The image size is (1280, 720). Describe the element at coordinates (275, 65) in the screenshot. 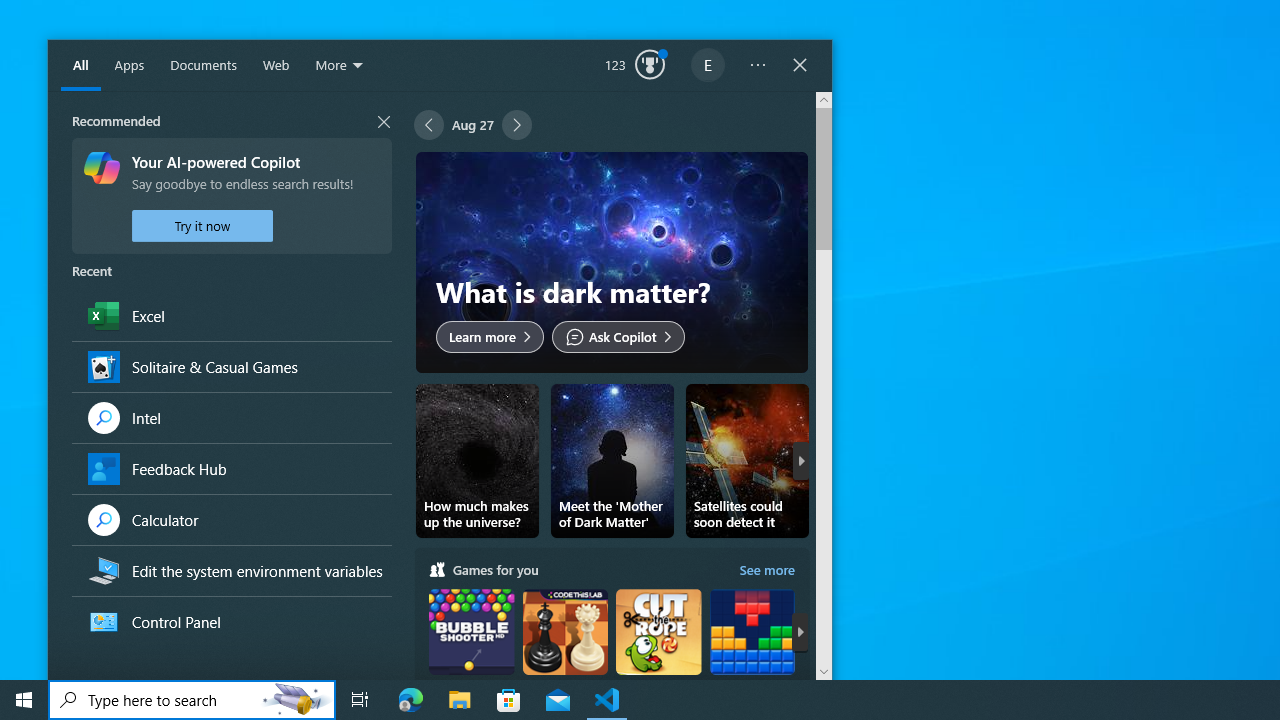

I see `'Web'` at that location.